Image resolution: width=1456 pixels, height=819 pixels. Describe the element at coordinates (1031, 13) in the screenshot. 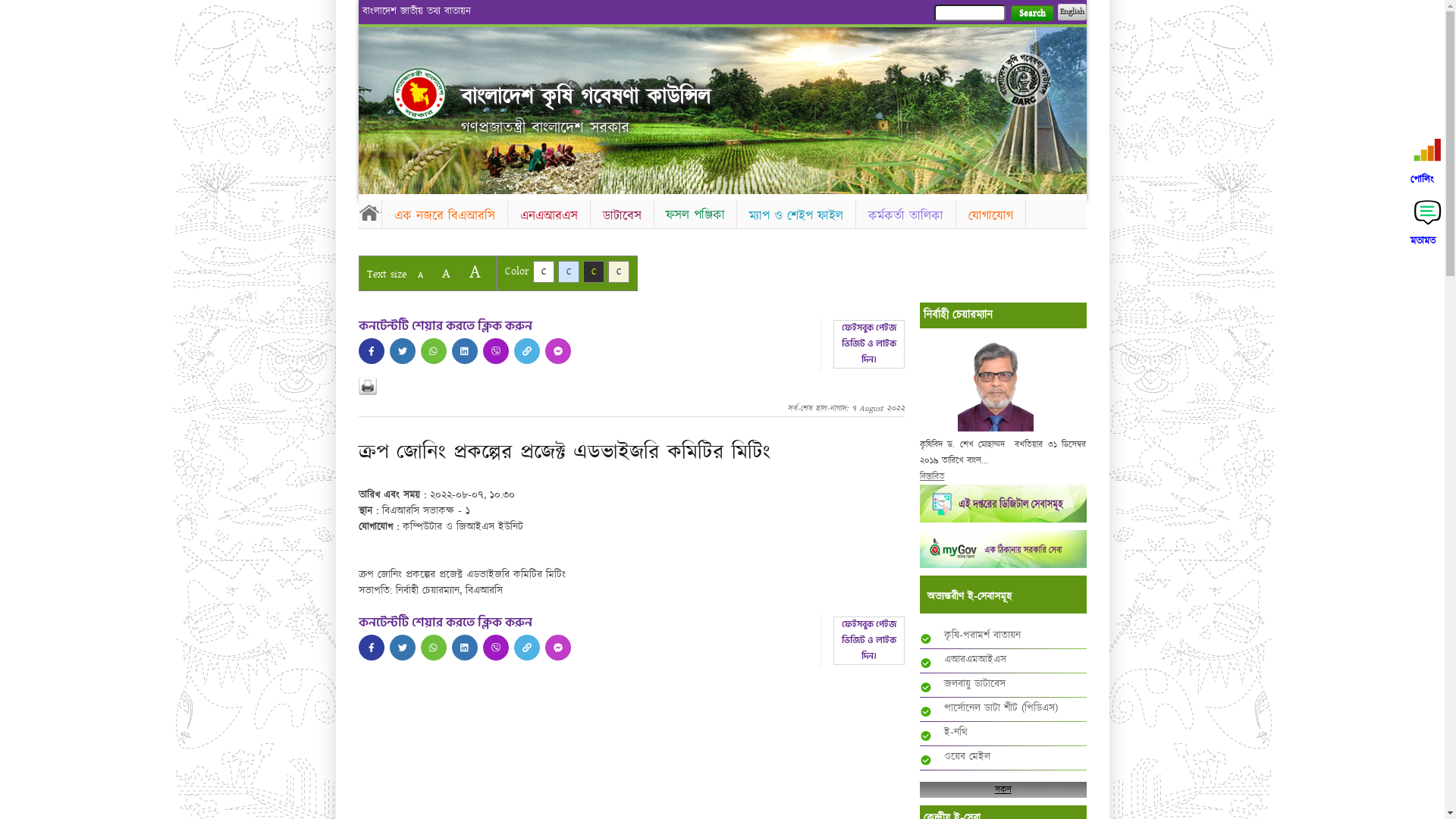

I see `'Search'` at that location.